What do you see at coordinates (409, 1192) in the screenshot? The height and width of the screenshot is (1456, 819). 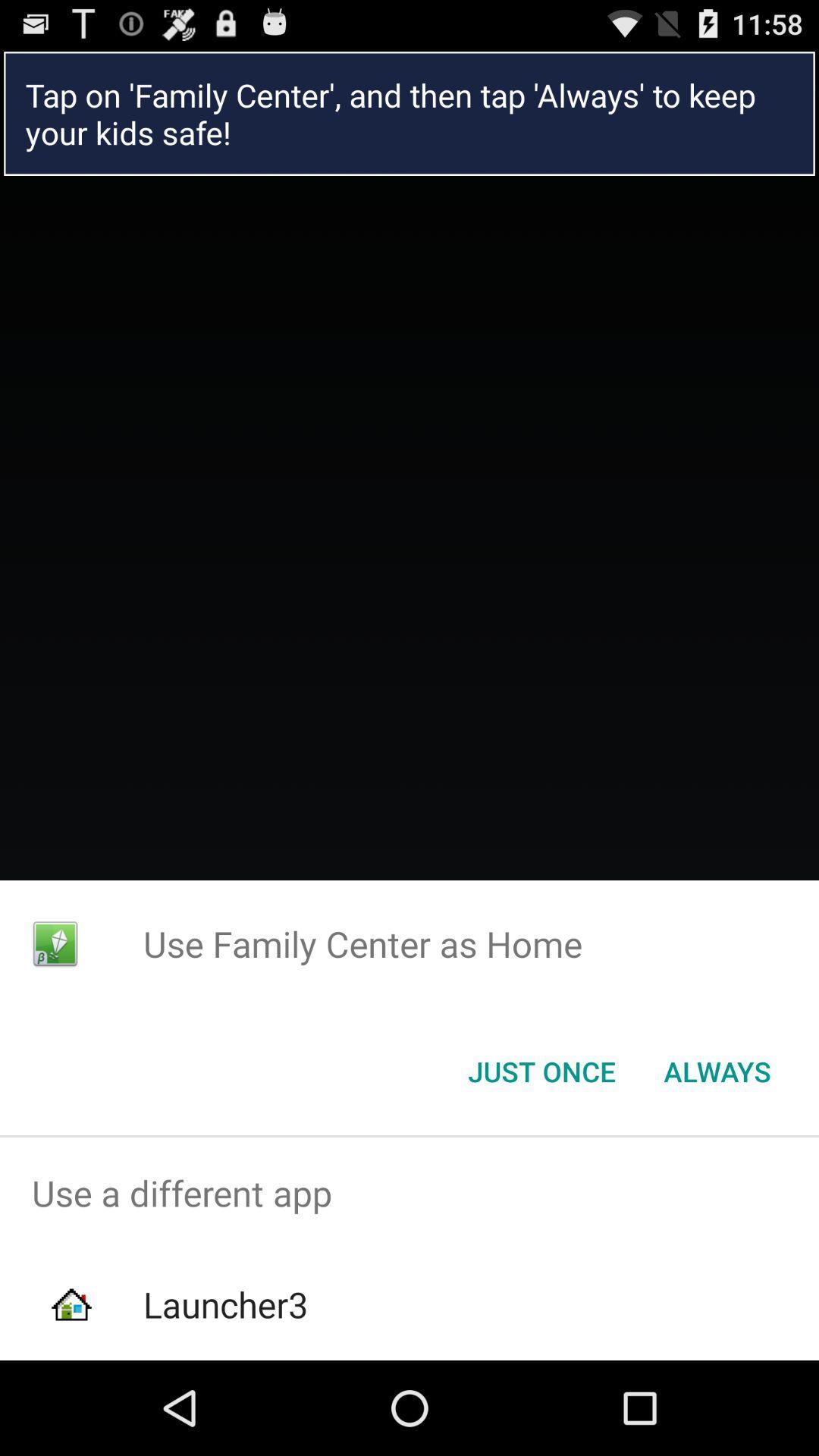 I see `icon above launcher3 app` at bounding box center [409, 1192].